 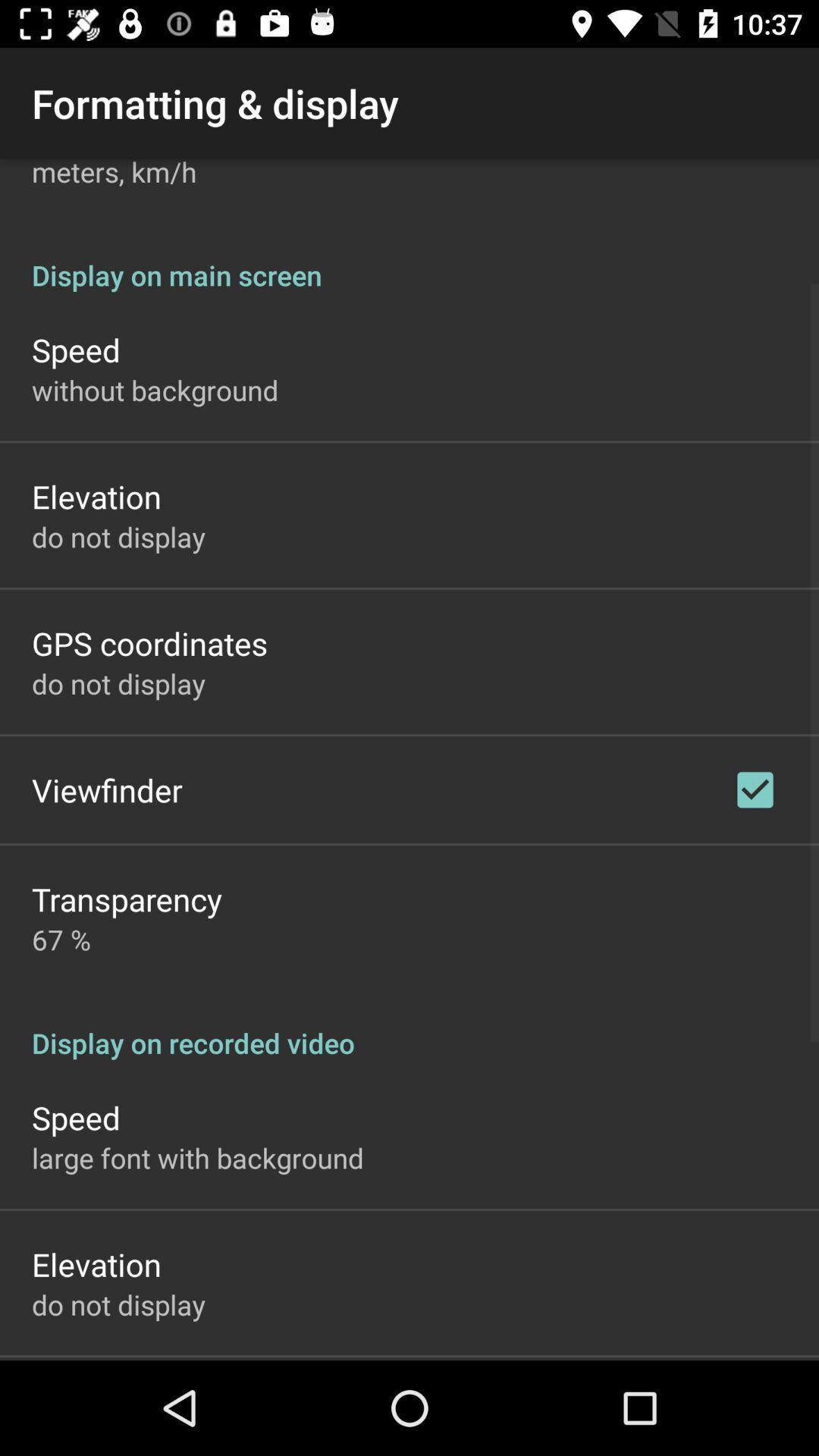 I want to click on the item above transparency app, so click(x=106, y=789).